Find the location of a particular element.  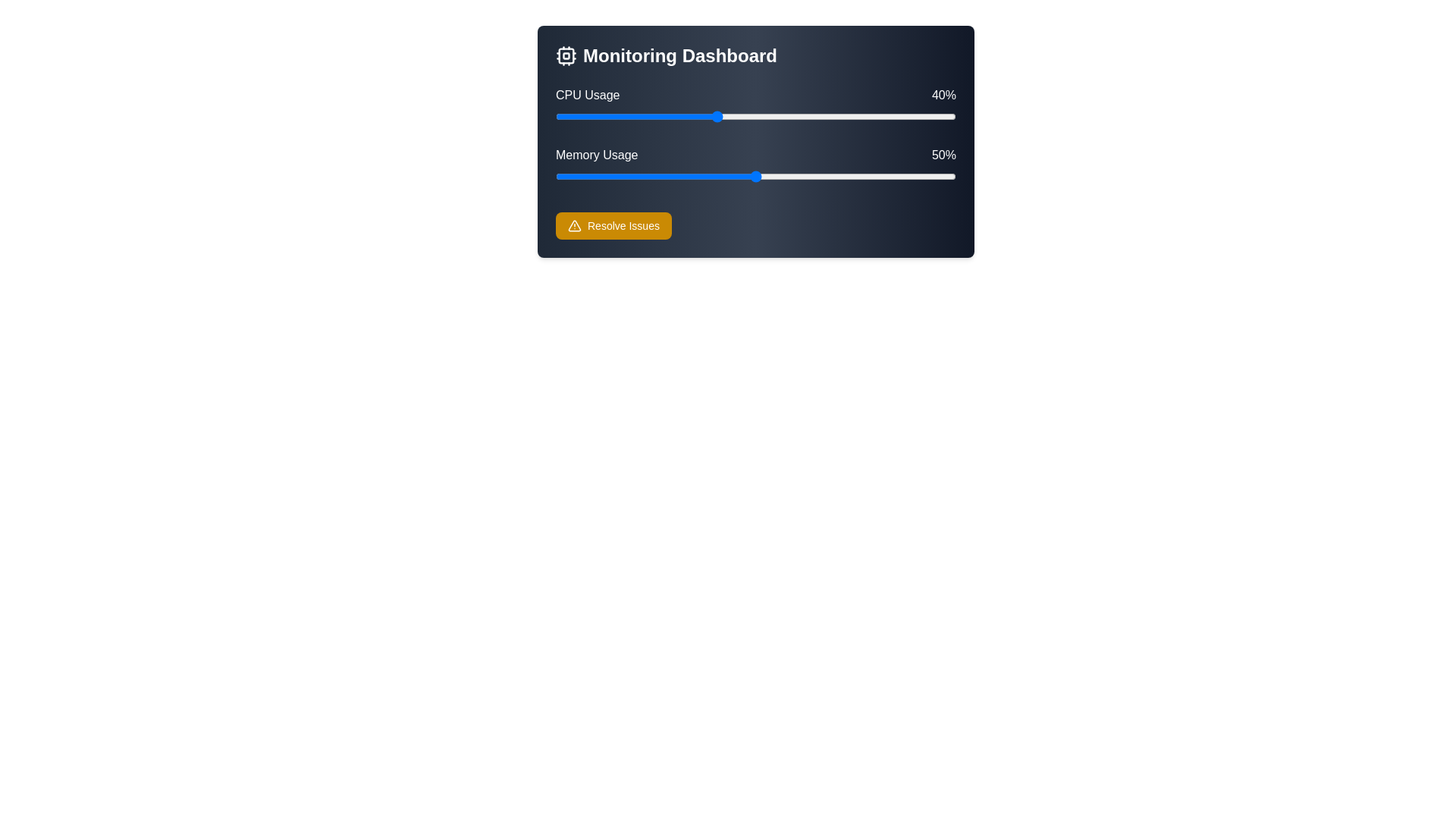

CPU usage is located at coordinates (860, 116).